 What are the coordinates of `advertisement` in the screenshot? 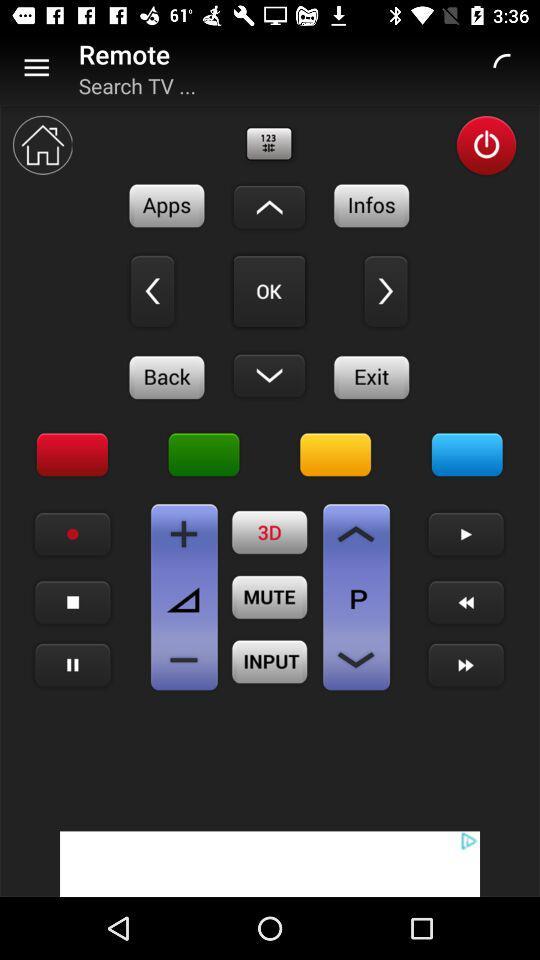 It's located at (270, 863).